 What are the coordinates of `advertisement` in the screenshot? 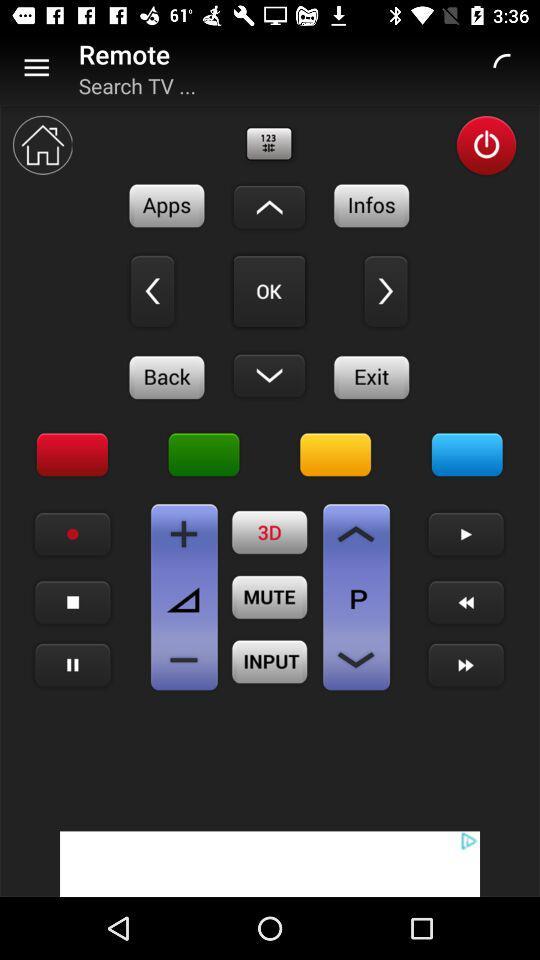 It's located at (270, 863).